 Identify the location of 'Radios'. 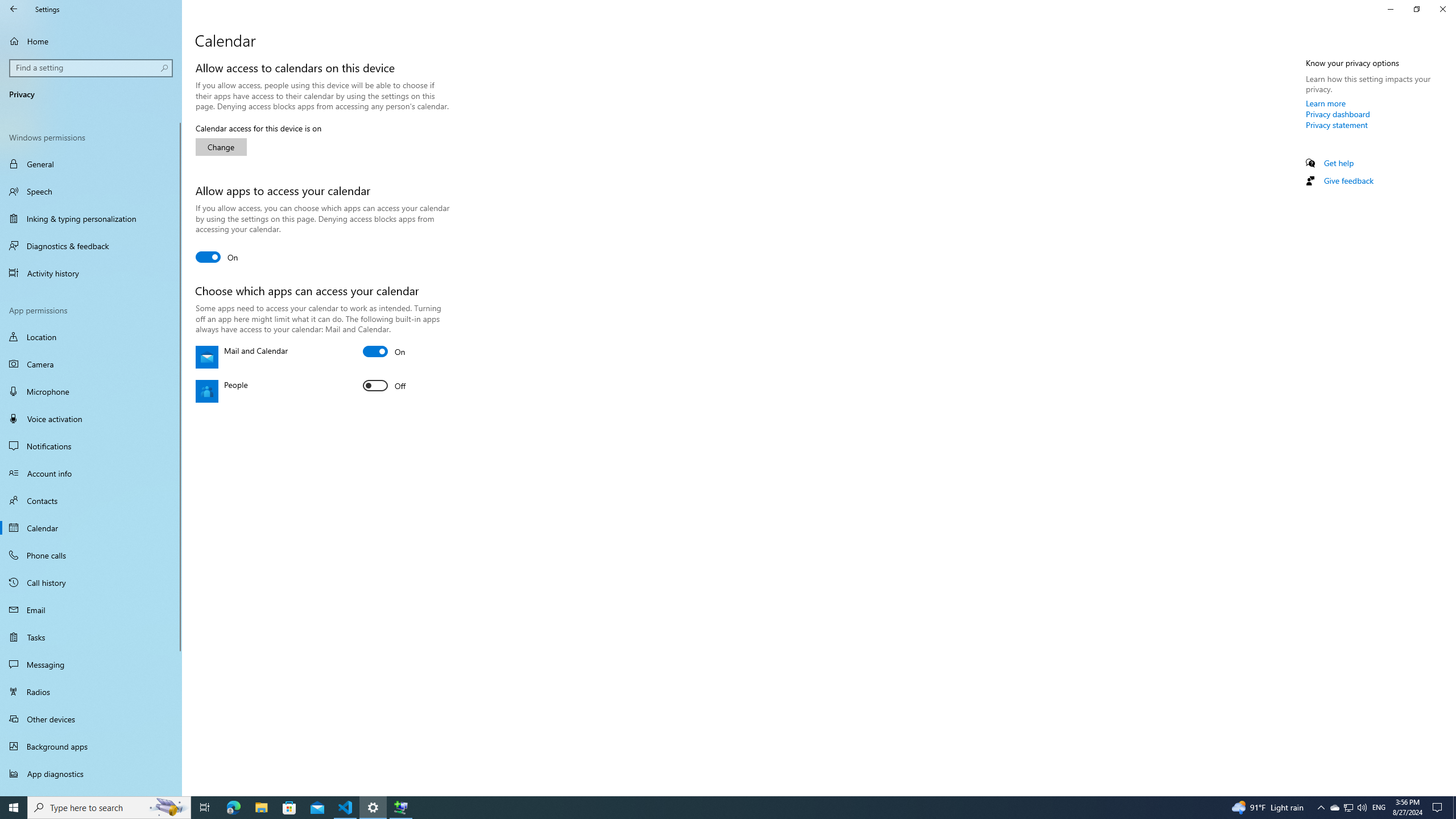
(90, 691).